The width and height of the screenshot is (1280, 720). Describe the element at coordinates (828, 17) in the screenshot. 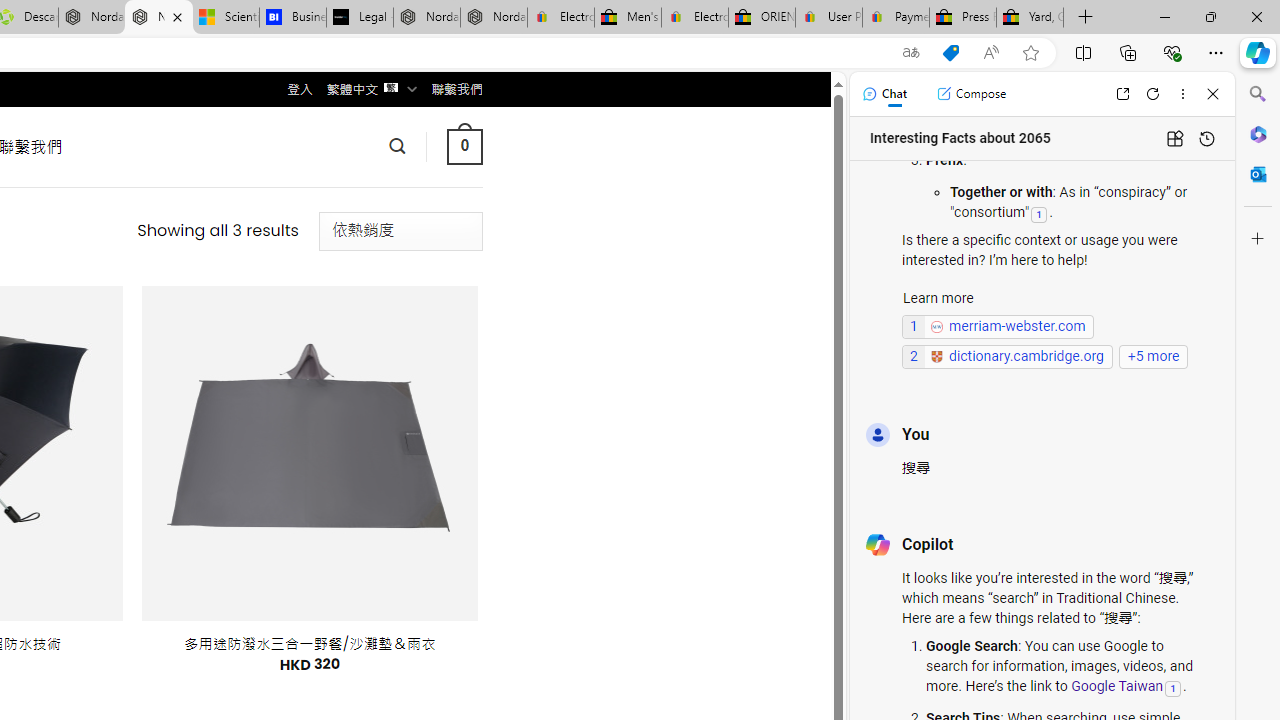

I see `'User Privacy Notice | eBay'` at that location.